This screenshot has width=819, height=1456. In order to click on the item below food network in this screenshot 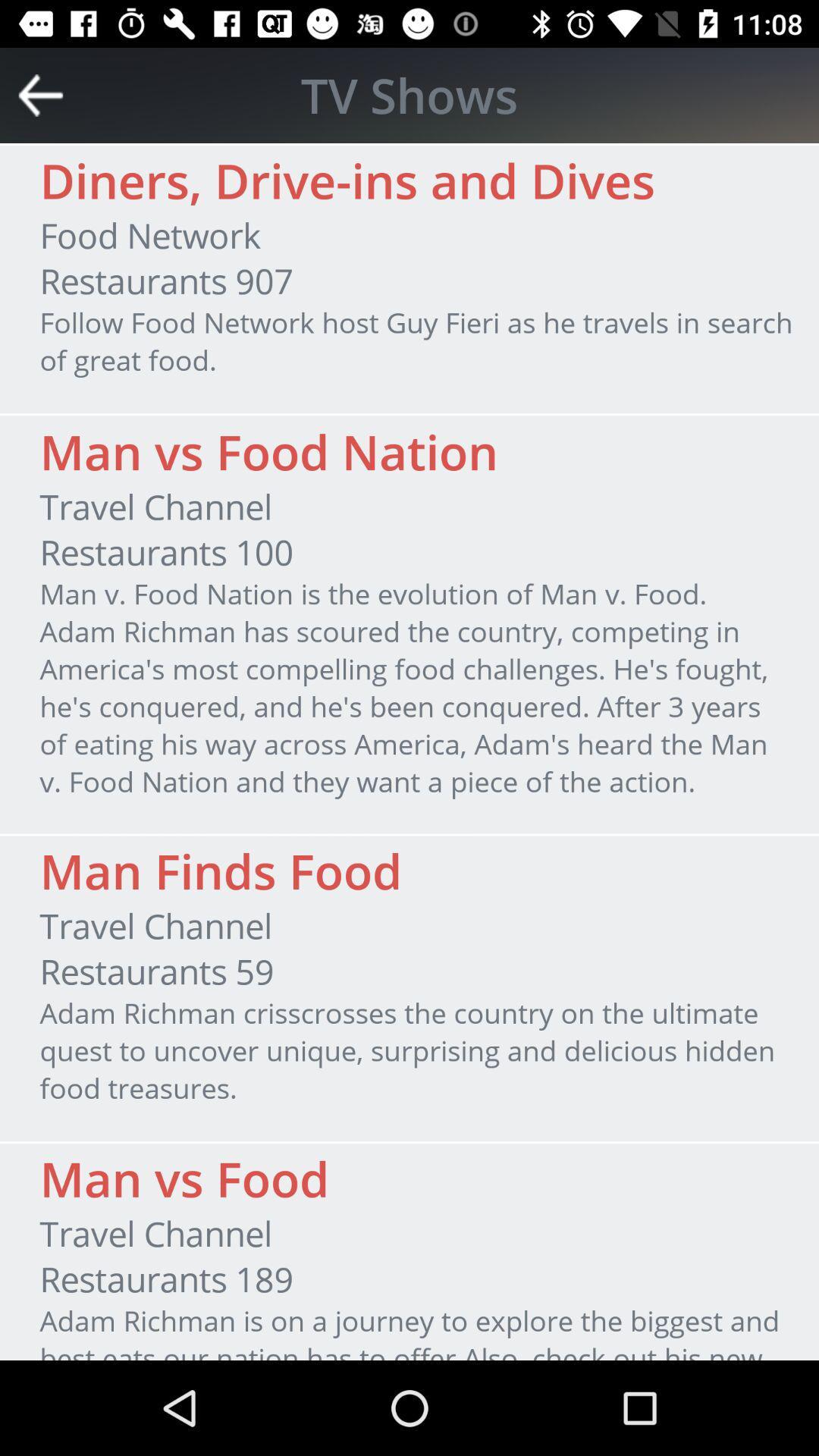, I will do `click(166, 281)`.